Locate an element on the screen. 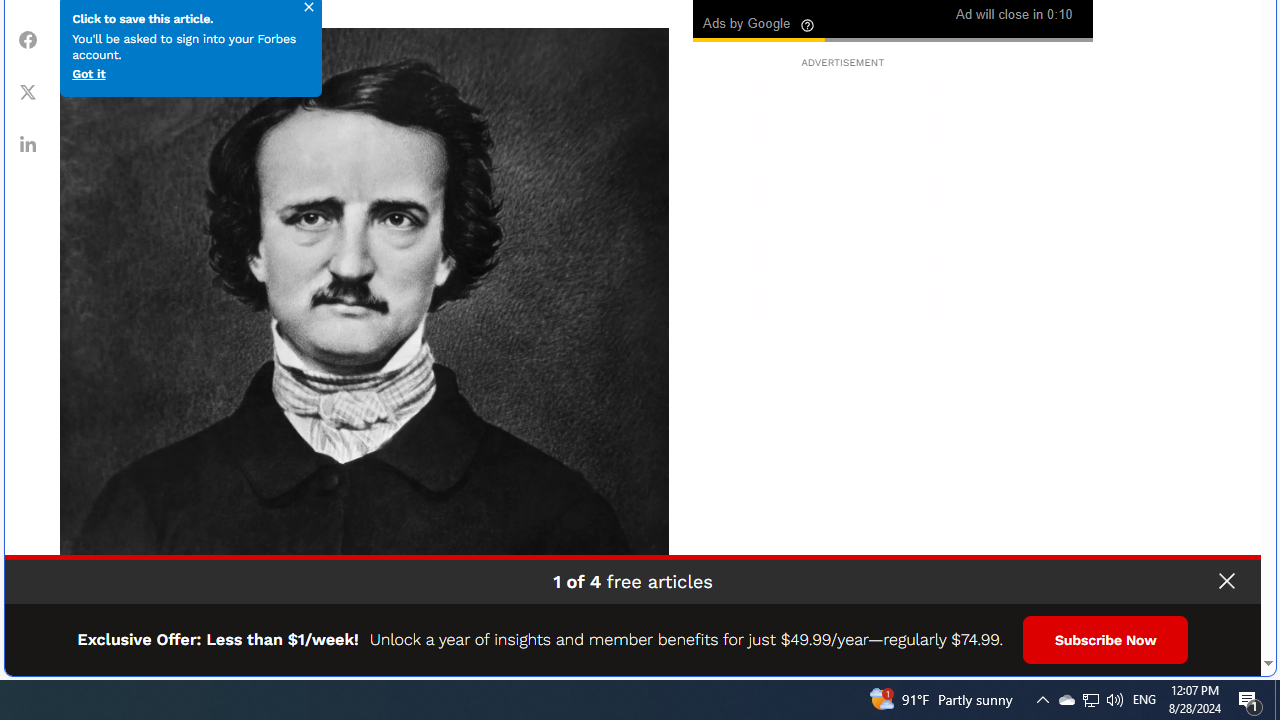  'Class: fs-icon fs-icon--xCorp' is located at coordinates (28, 91).